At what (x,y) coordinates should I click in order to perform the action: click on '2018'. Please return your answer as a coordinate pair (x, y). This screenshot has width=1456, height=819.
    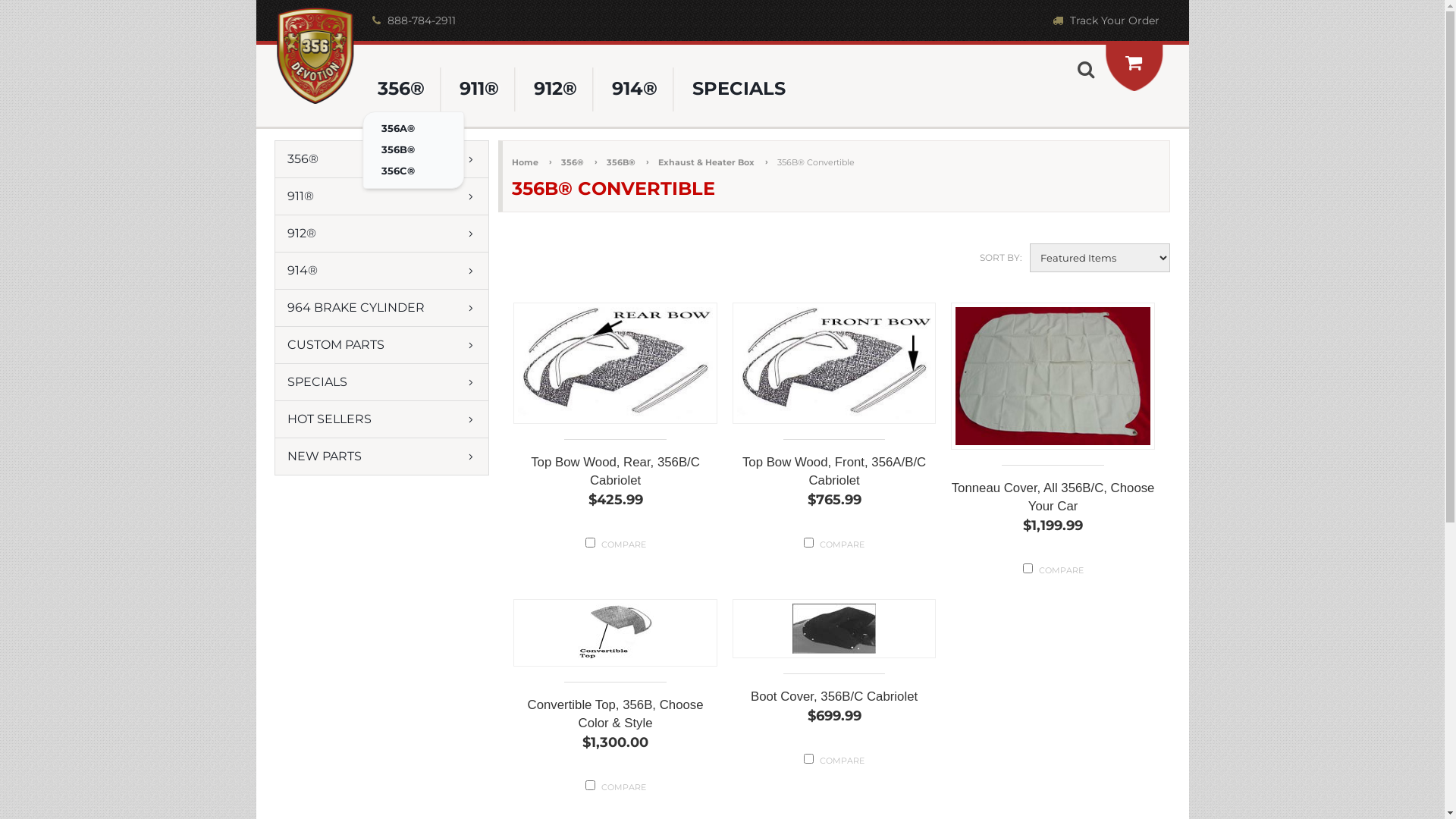
    Looking at the image, I should click on (589, 541).